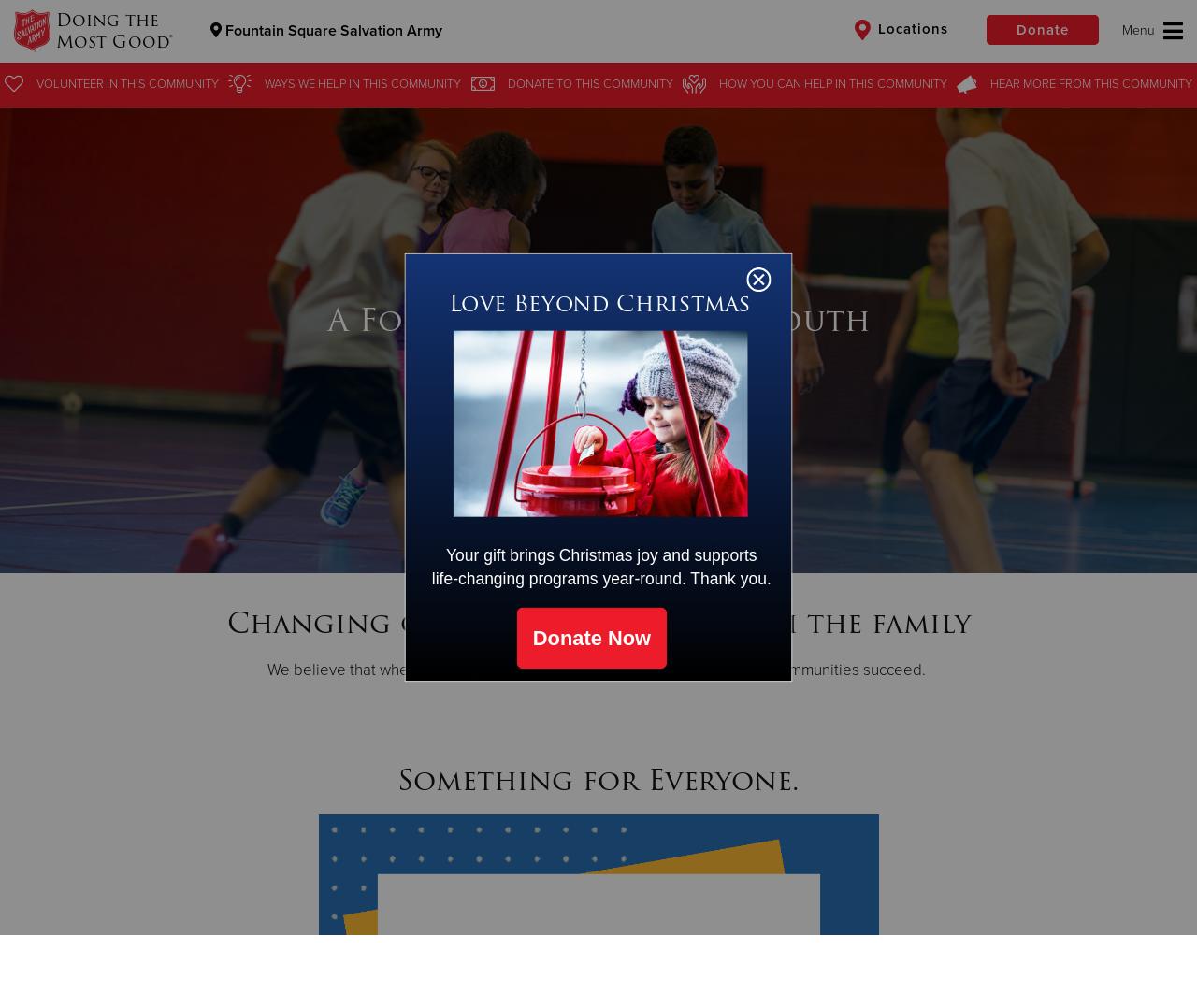 The image size is (1197, 1008). What do you see at coordinates (264, 83) in the screenshot?
I see `'Ways we help'` at bounding box center [264, 83].